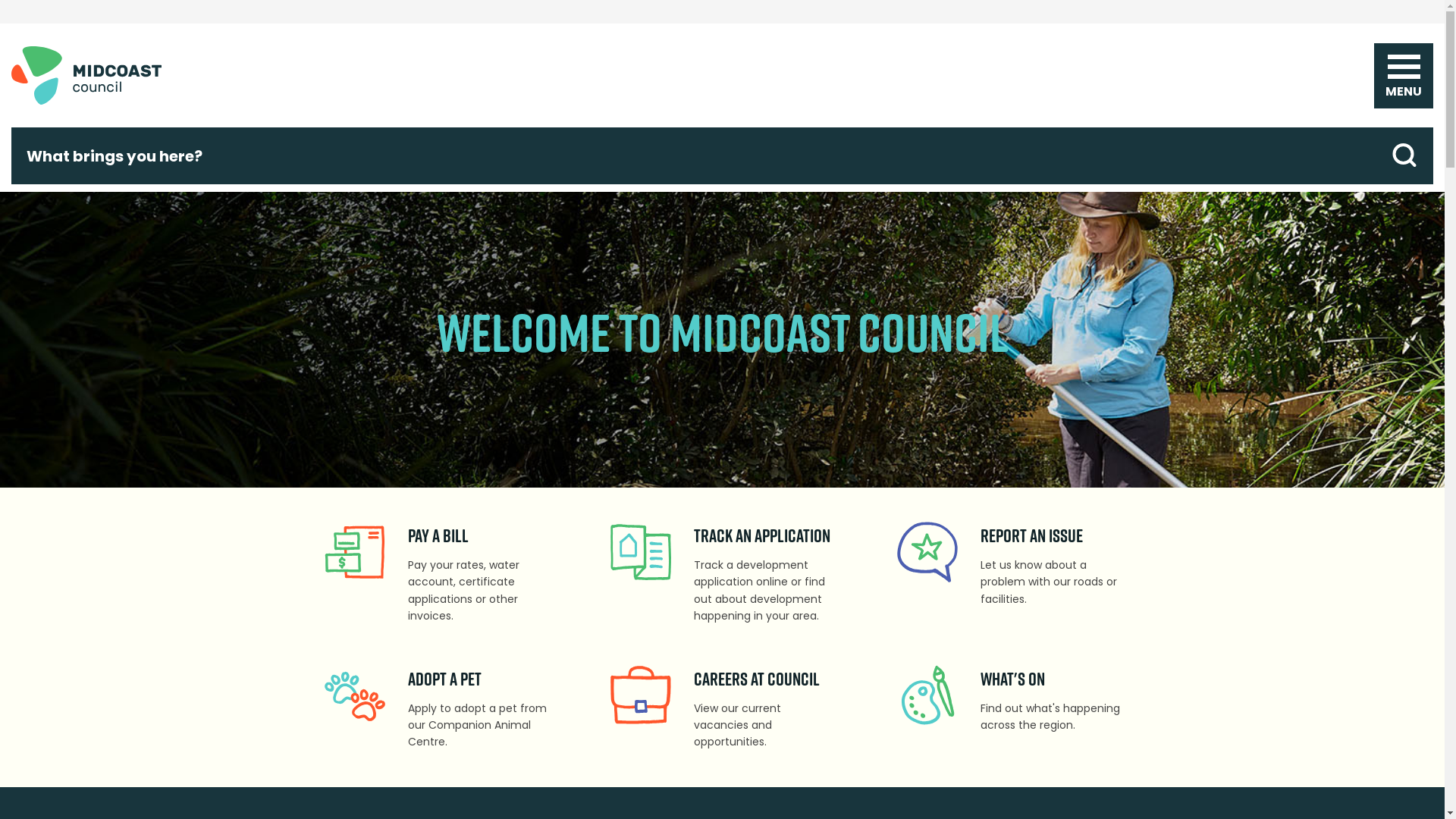 The width and height of the screenshot is (1456, 819). Describe the element at coordinates (1404, 155) in the screenshot. I see `'Search'` at that location.